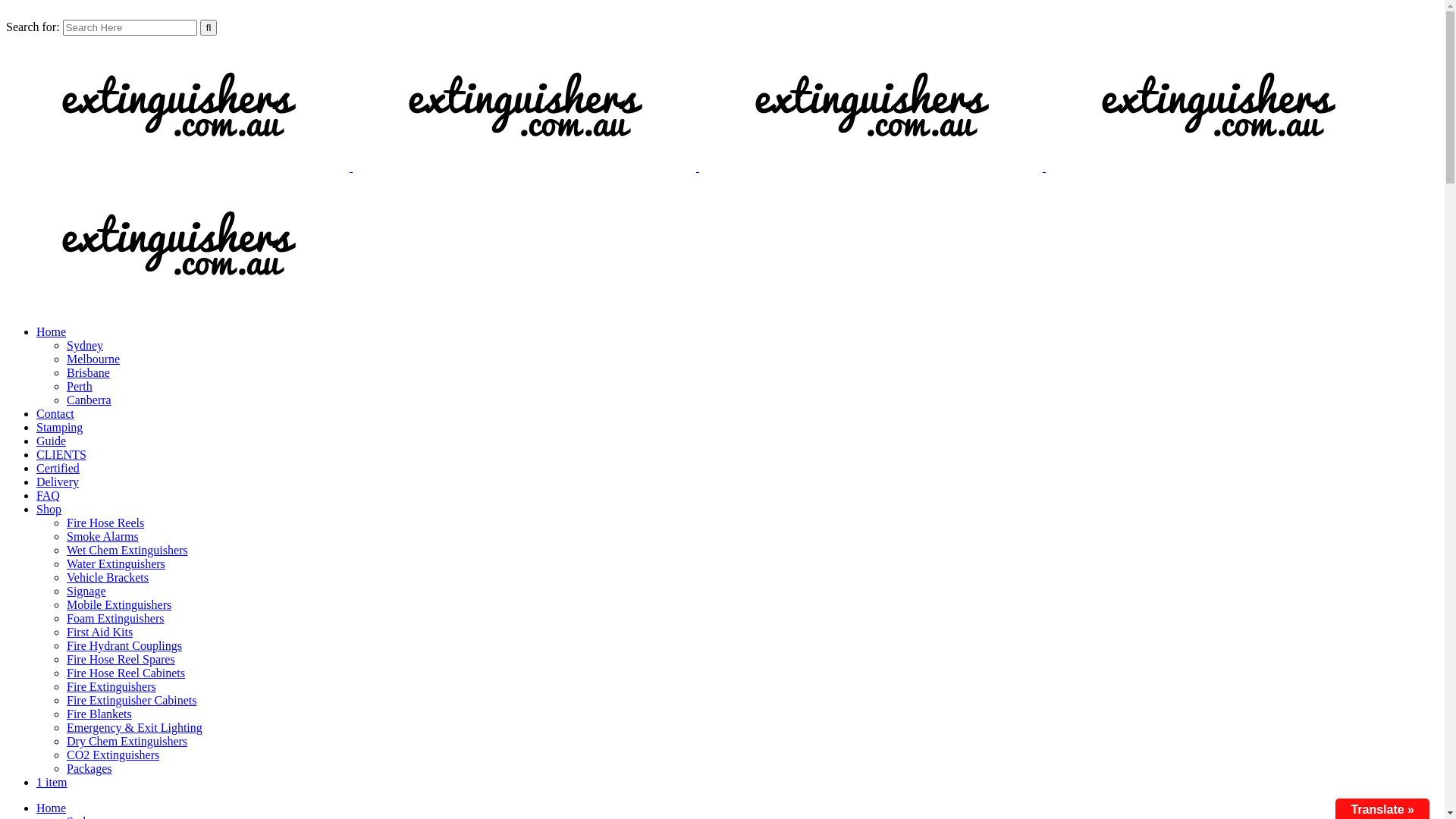  Describe the element at coordinates (65, 618) in the screenshot. I see `'Foam Extinguishers'` at that location.